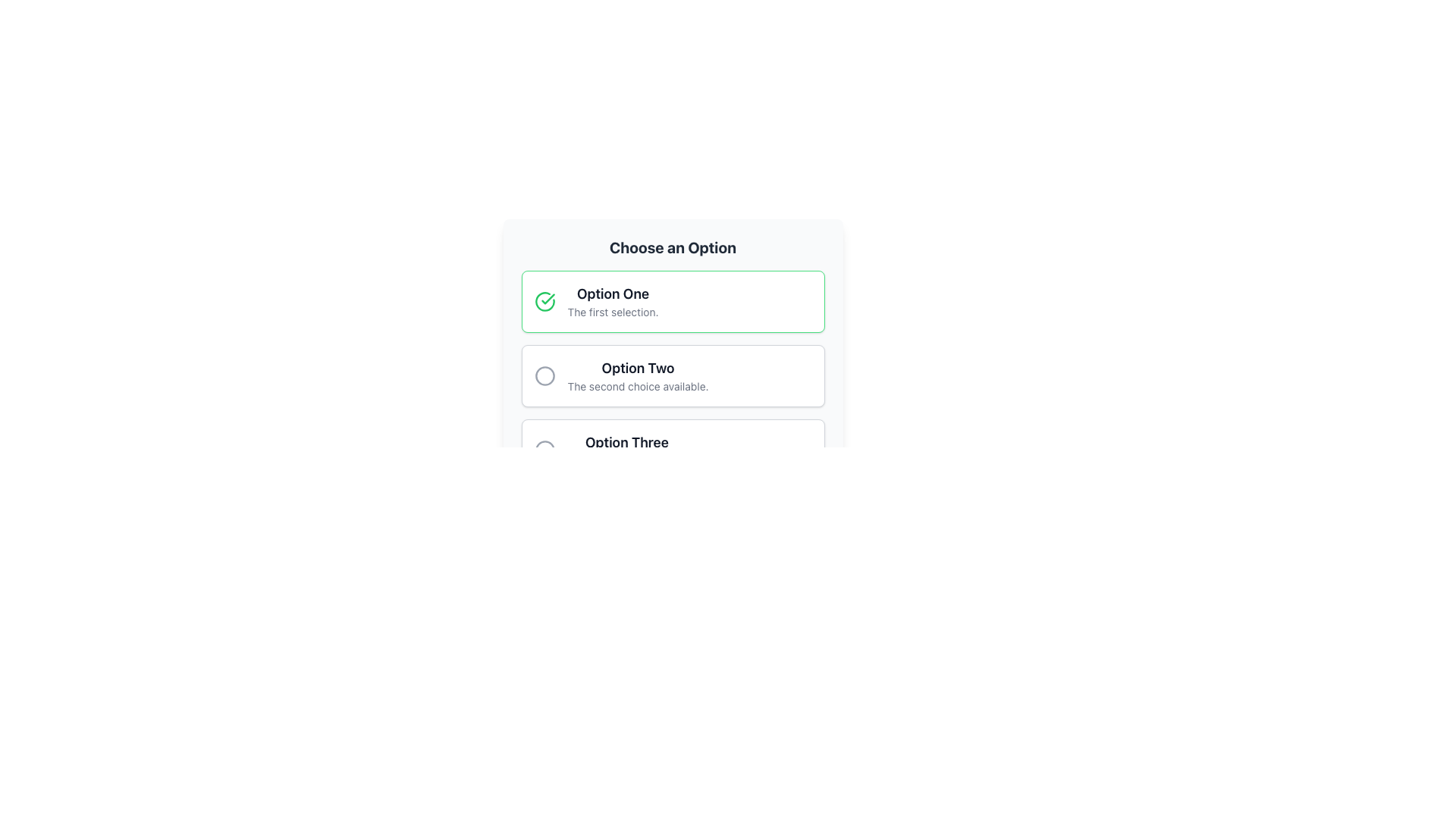 The width and height of the screenshot is (1456, 819). What do you see at coordinates (672, 450) in the screenshot?
I see `the 'Option Three' button, which is the third option in a vertically stacked list of buttons` at bounding box center [672, 450].